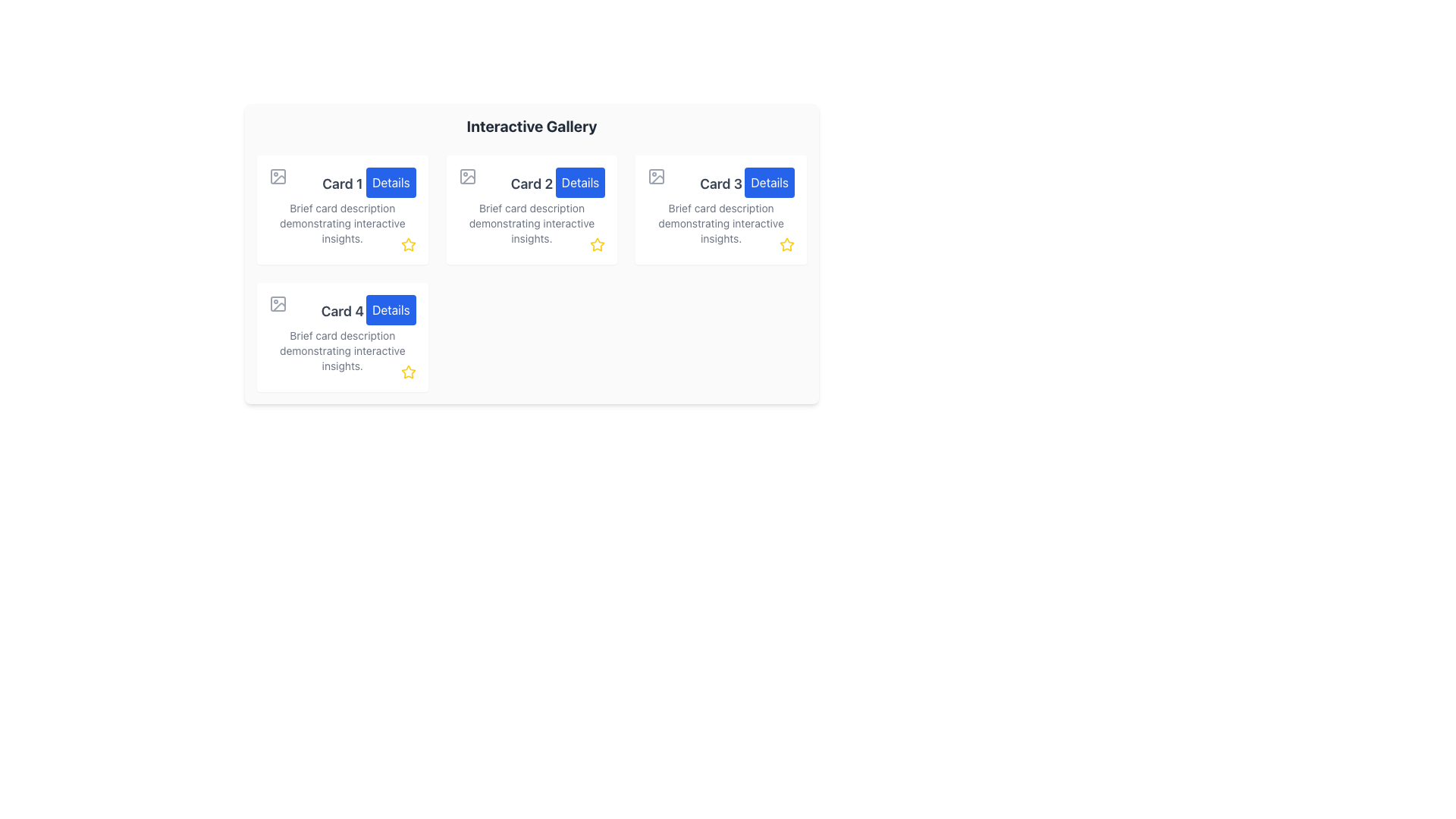 The width and height of the screenshot is (1456, 819). What do you see at coordinates (628, 251) in the screenshot?
I see `the tooltip displaying 'Additional card details and options can be expanded here.' which appears below the 'Details' button of Card 2 in the interactive gallery layout` at bounding box center [628, 251].